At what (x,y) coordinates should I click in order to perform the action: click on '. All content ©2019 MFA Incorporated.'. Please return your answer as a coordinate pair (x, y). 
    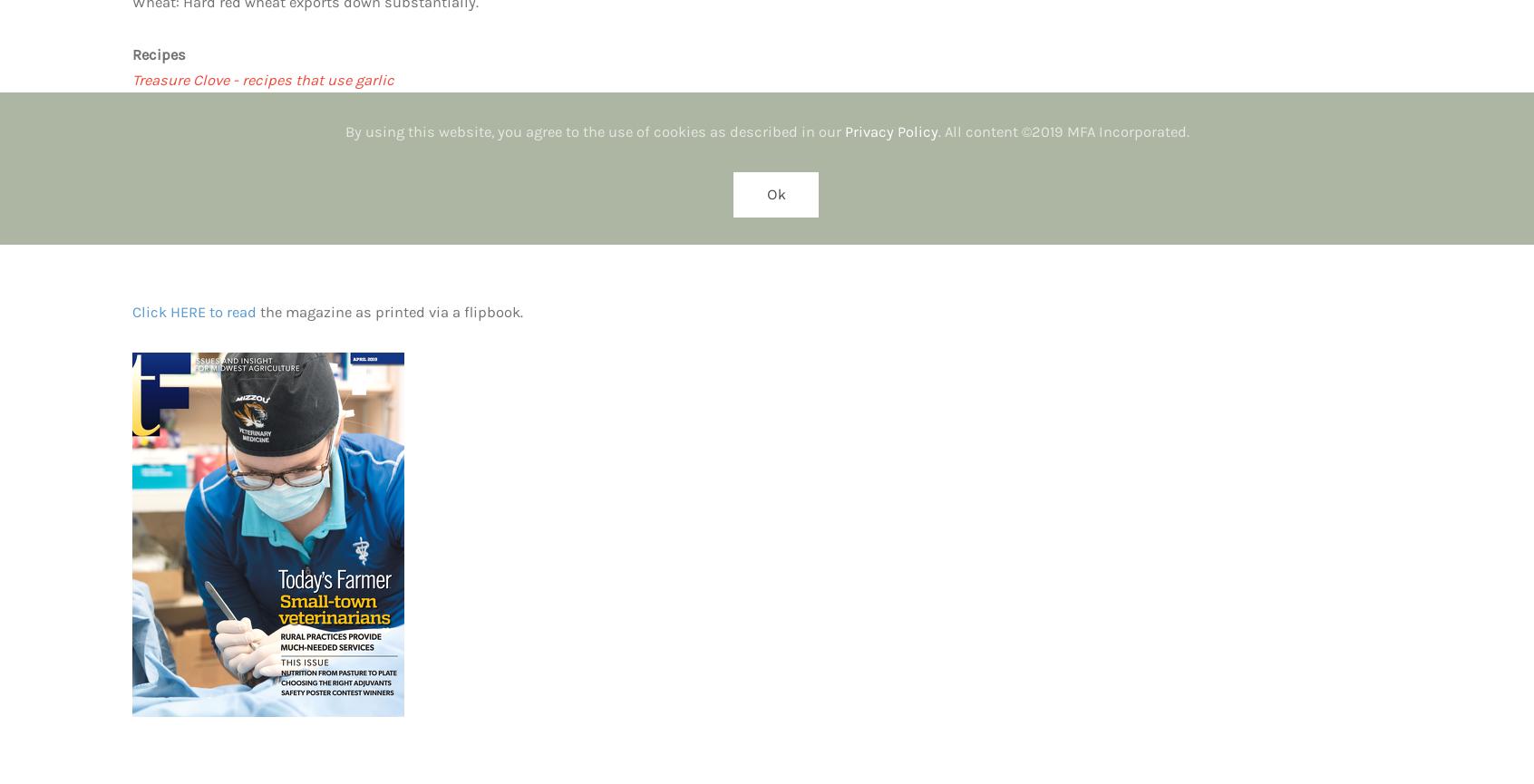
    Looking at the image, I should click on (1062, 131).